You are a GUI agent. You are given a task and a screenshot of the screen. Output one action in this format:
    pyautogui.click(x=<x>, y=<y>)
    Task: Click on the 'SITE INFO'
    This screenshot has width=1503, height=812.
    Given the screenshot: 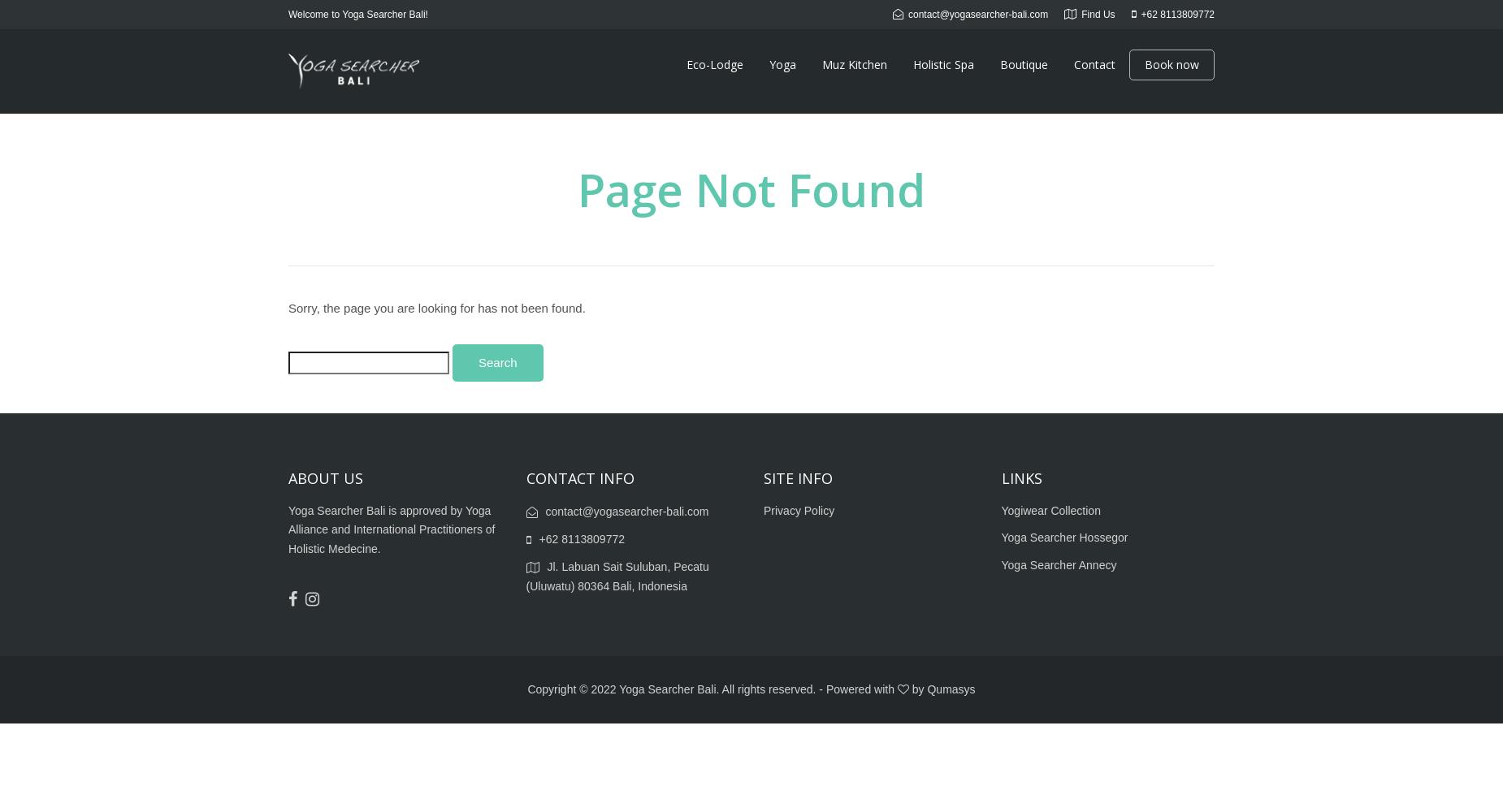 What is the action you would take?
    pyautogui.click(x=797, y=477)
    